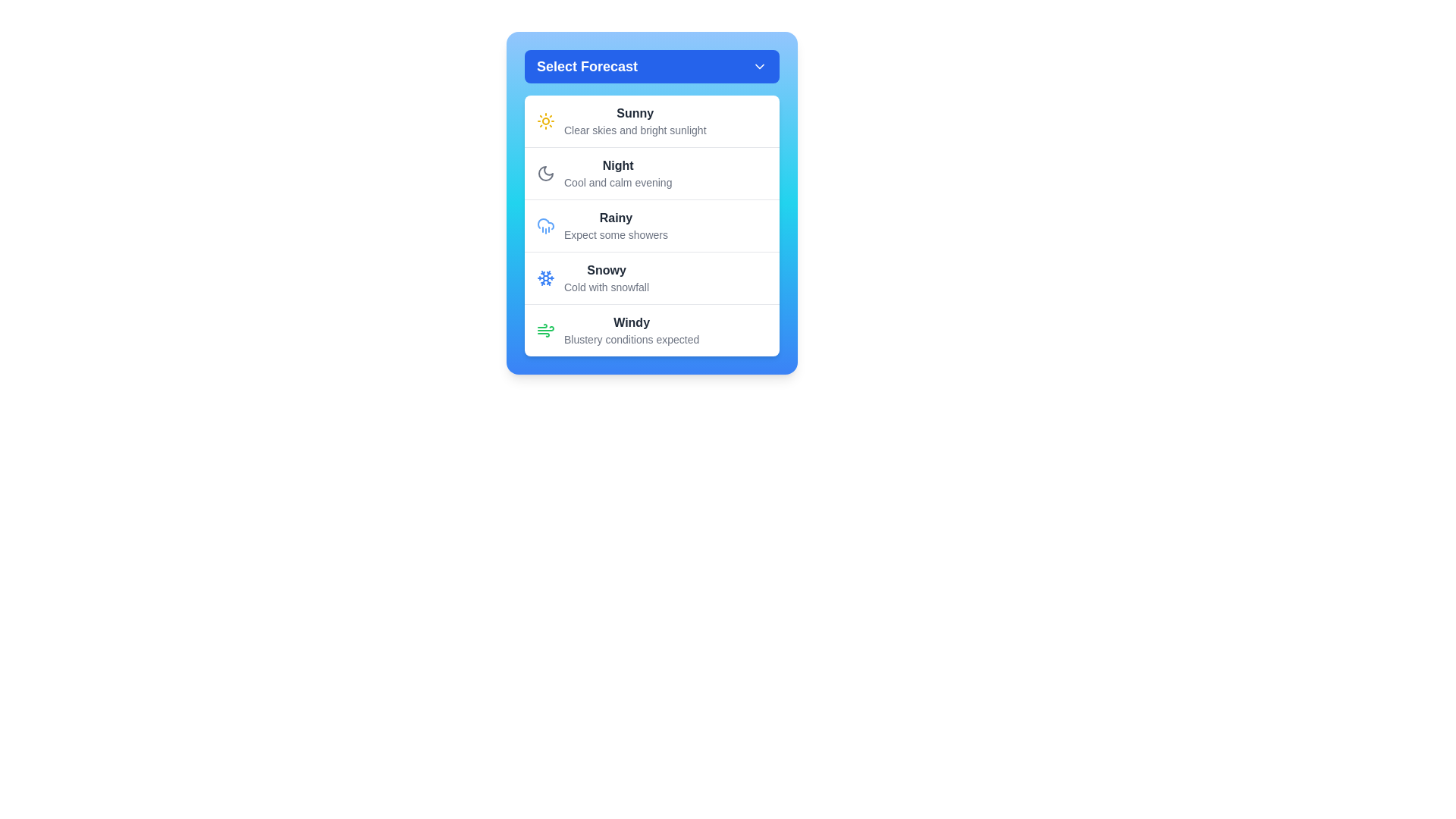  I want to click on the 'Rainy' weather icon located to the left of the text 'Rainy Expect some showers' in the weather selection menu for related interactions, so click(546, 225).